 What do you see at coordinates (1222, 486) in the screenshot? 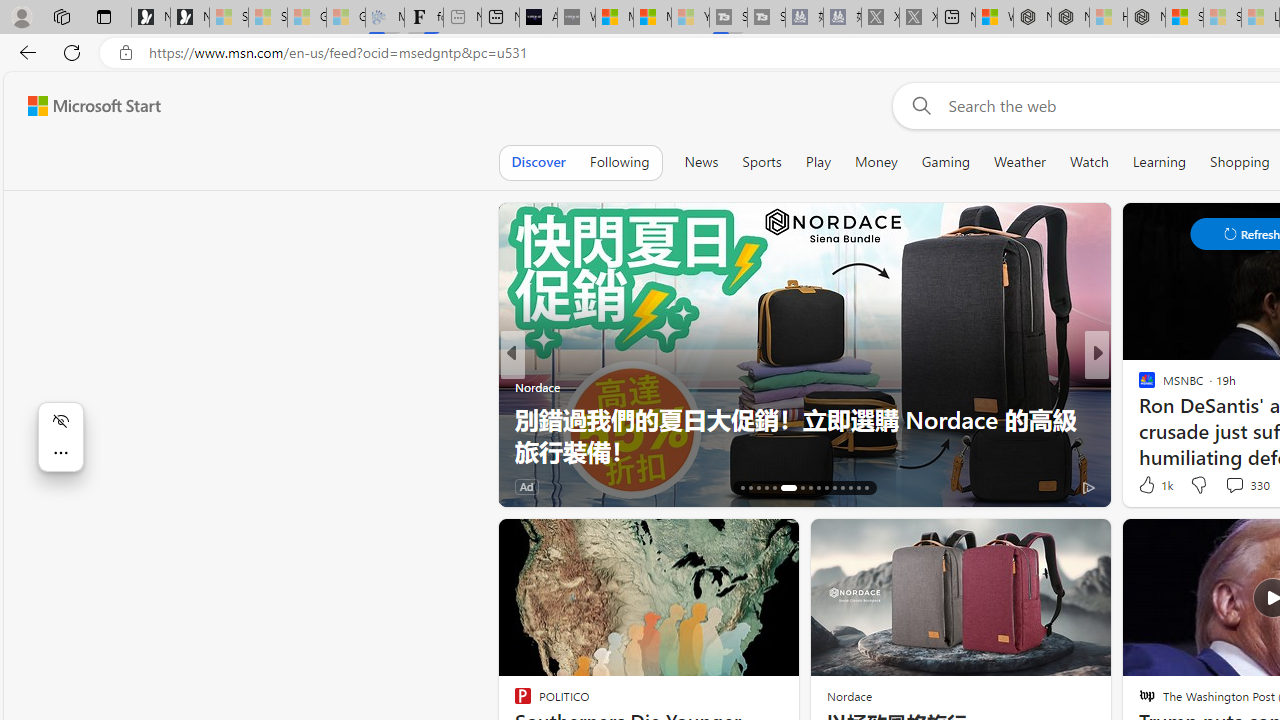
I see `'Comments turned off for this story'` at bounding box center [1222, 486].